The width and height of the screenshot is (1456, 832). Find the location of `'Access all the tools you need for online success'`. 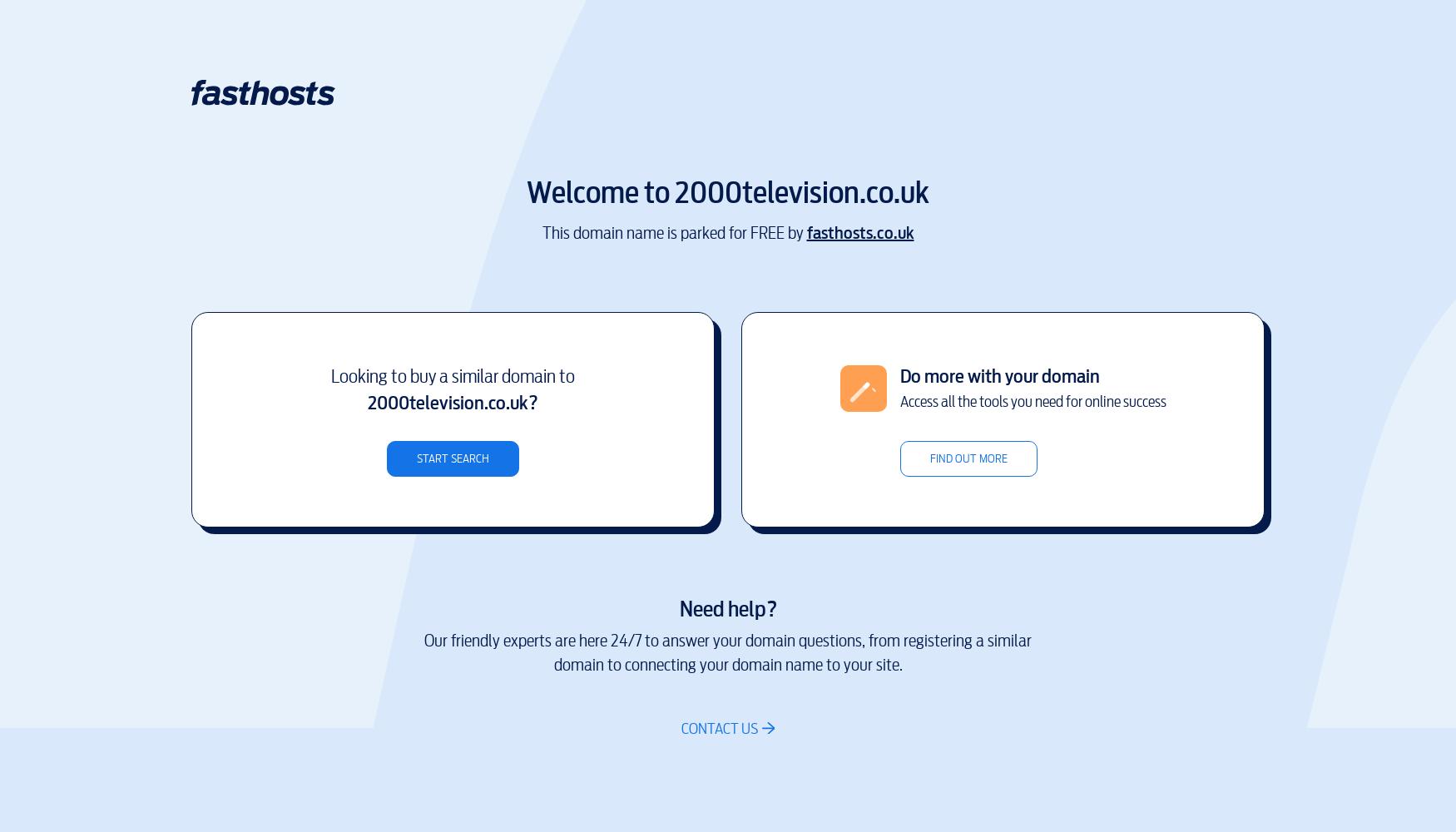

'Access all the tools you need for online success' is located at coordinates (1032, 400).